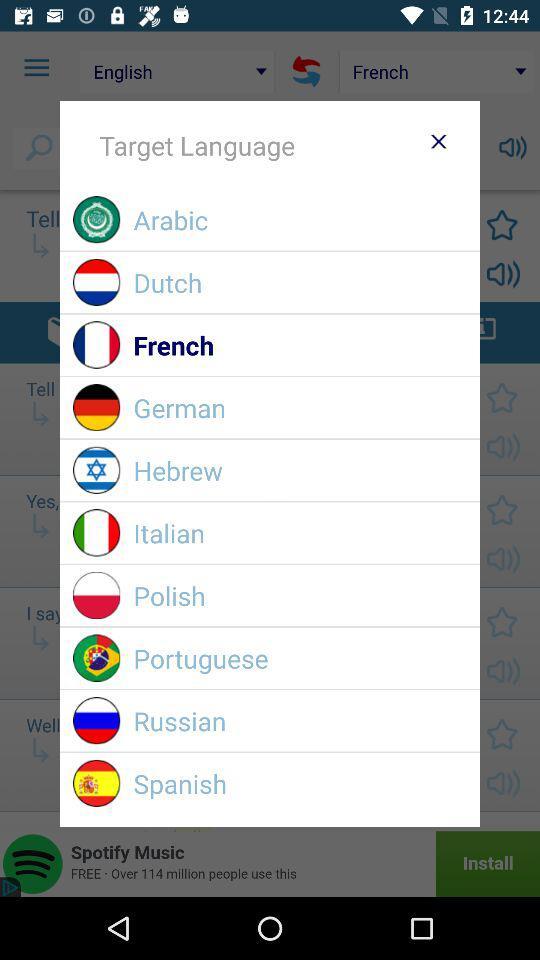 This screenshot has width=540, height=960. I want to click on item above arabic icon, so click(437, 140).